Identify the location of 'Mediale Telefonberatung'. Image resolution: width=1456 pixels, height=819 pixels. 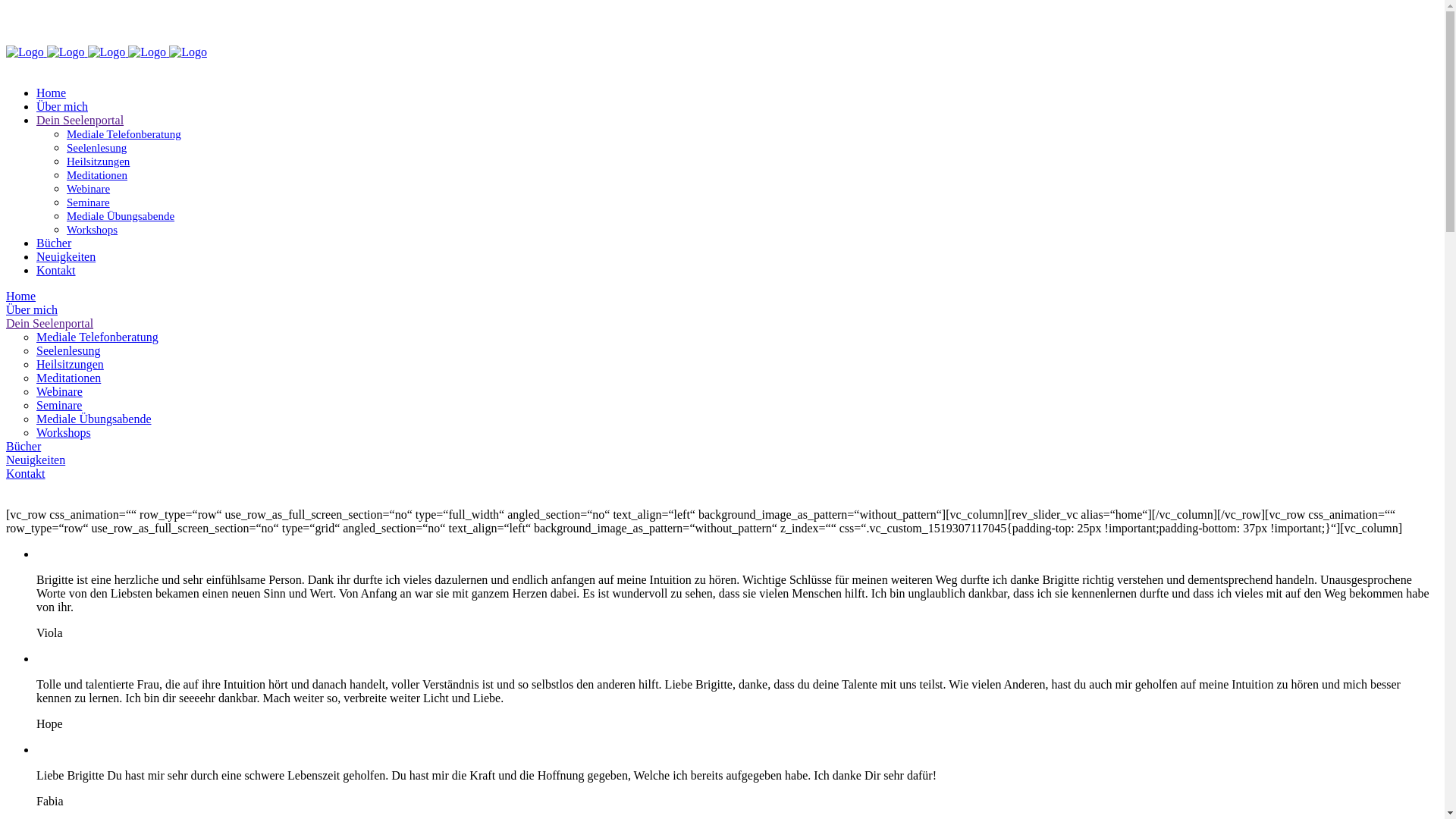
(96, 336).